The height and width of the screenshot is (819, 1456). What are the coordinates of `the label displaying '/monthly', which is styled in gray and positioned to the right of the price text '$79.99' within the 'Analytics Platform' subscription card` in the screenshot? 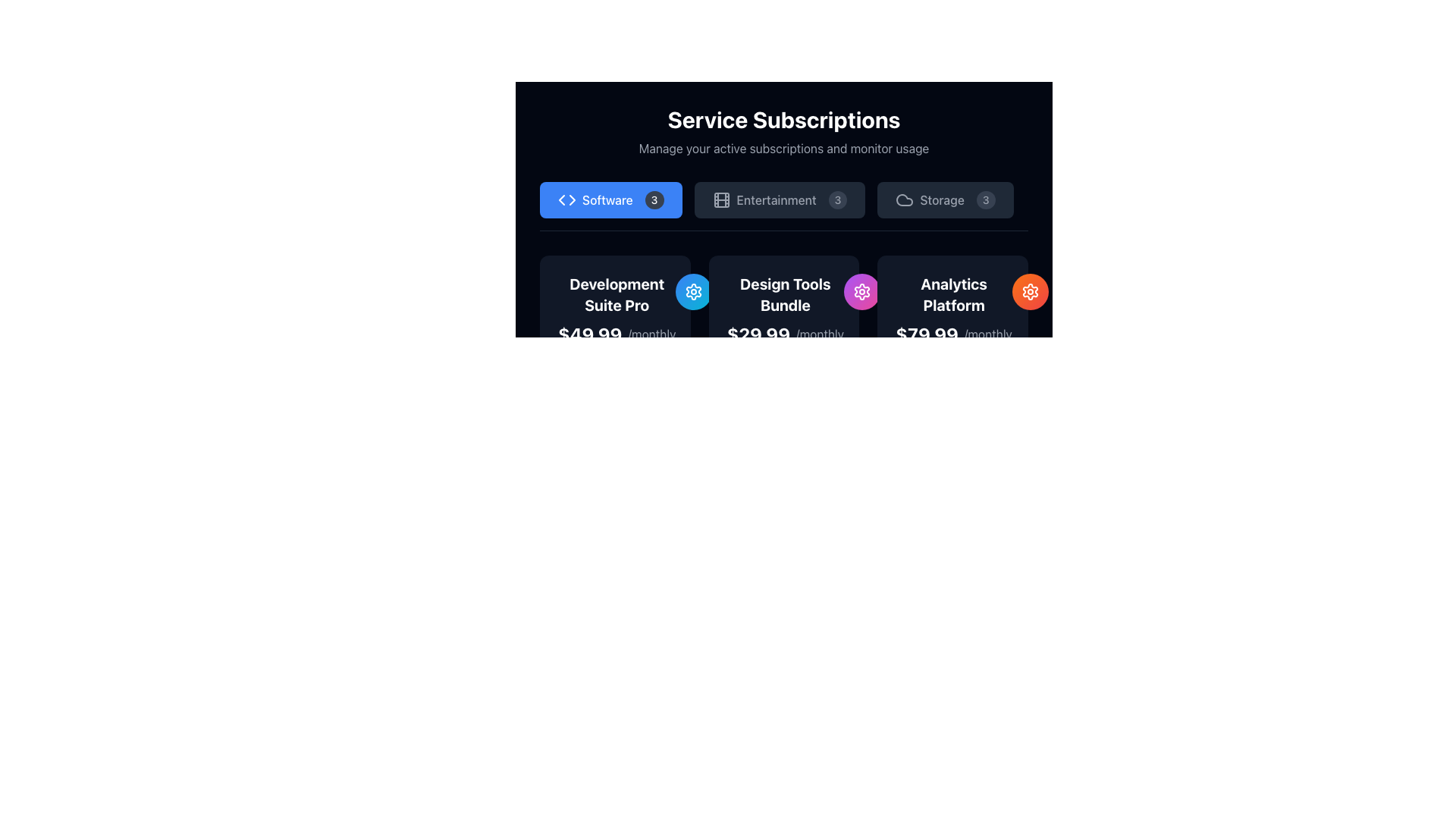 It's located at (988, 333).